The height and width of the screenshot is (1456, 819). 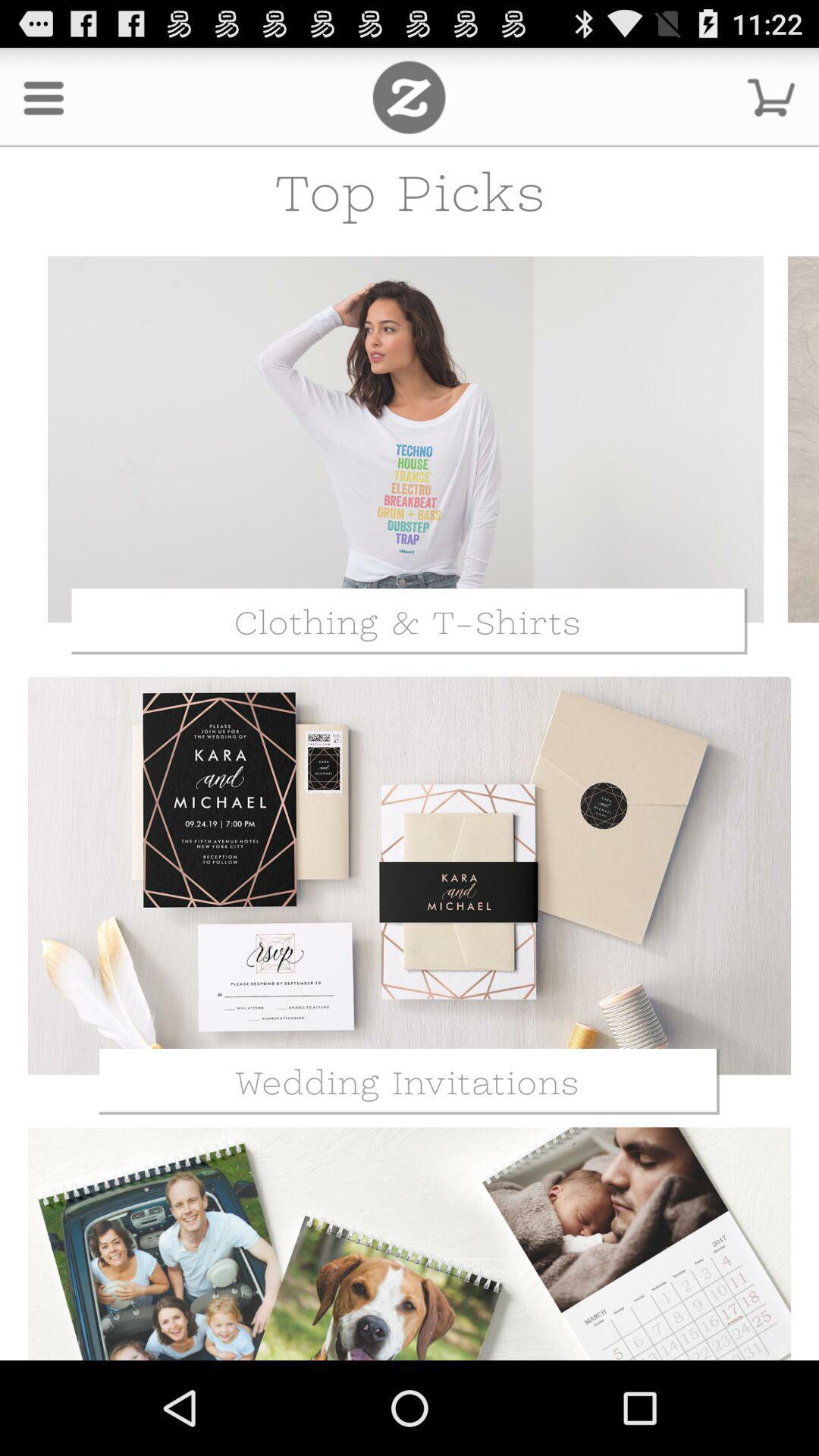 I want to click on the icon which is to the next of the menu icon, so click(x=408, y=96).